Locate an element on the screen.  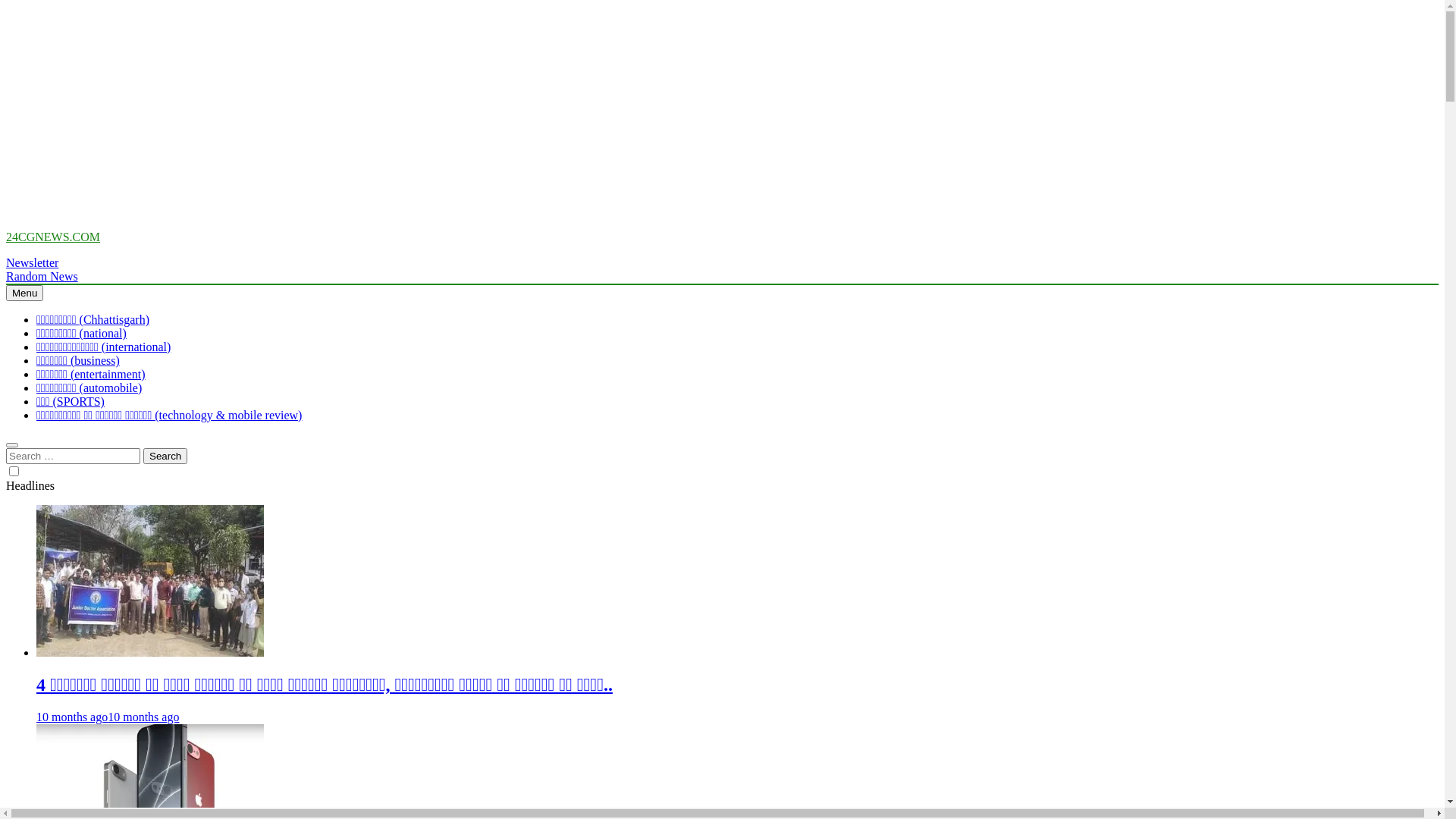
'Random News' is located at coordinates (42, 276).